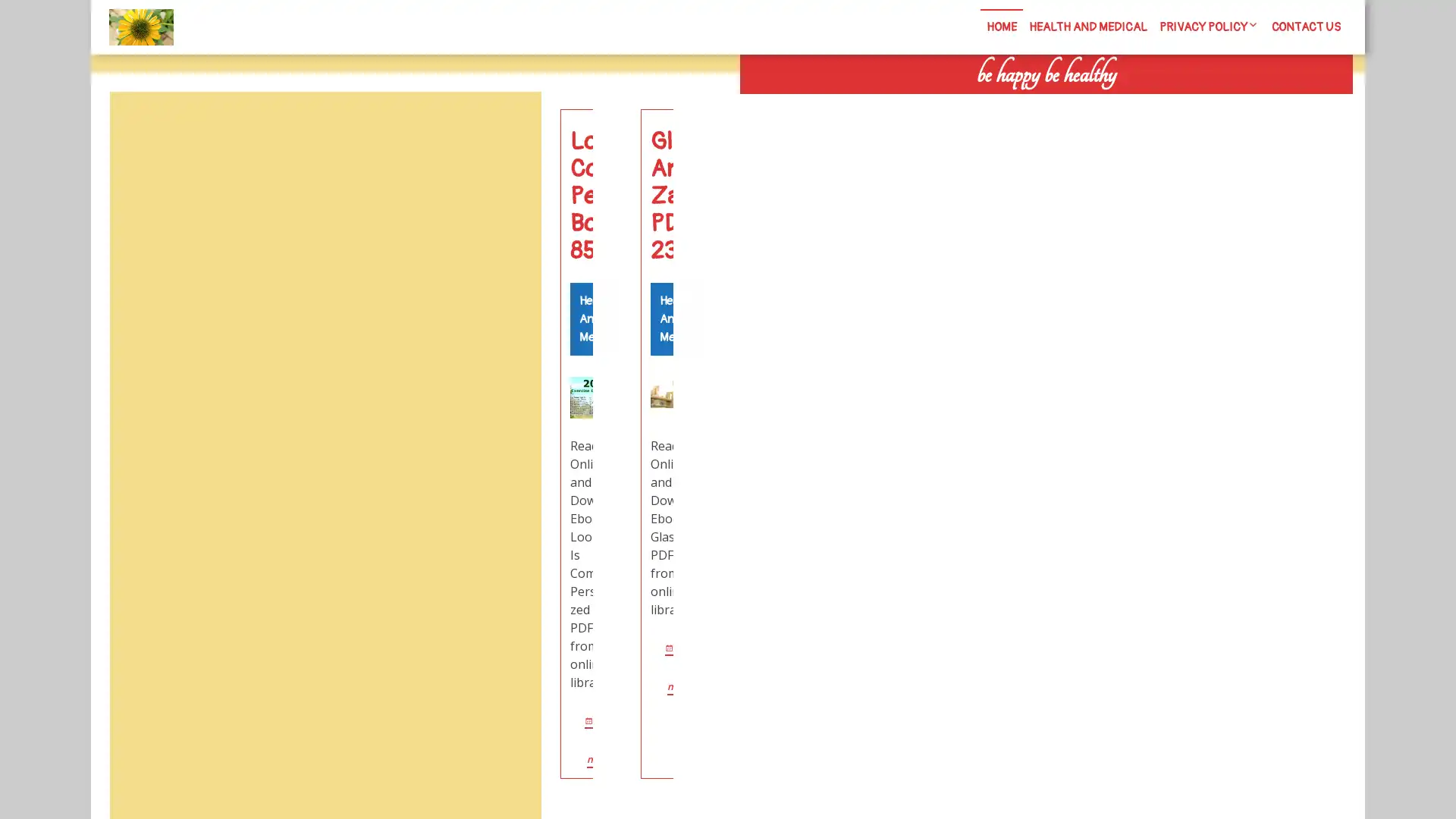 The width and height of the screenshot is (1456, 819). What do you see at coordinates (1181, 106) in the screenshot?
I see `Search` at bounding box center [1181, 106].